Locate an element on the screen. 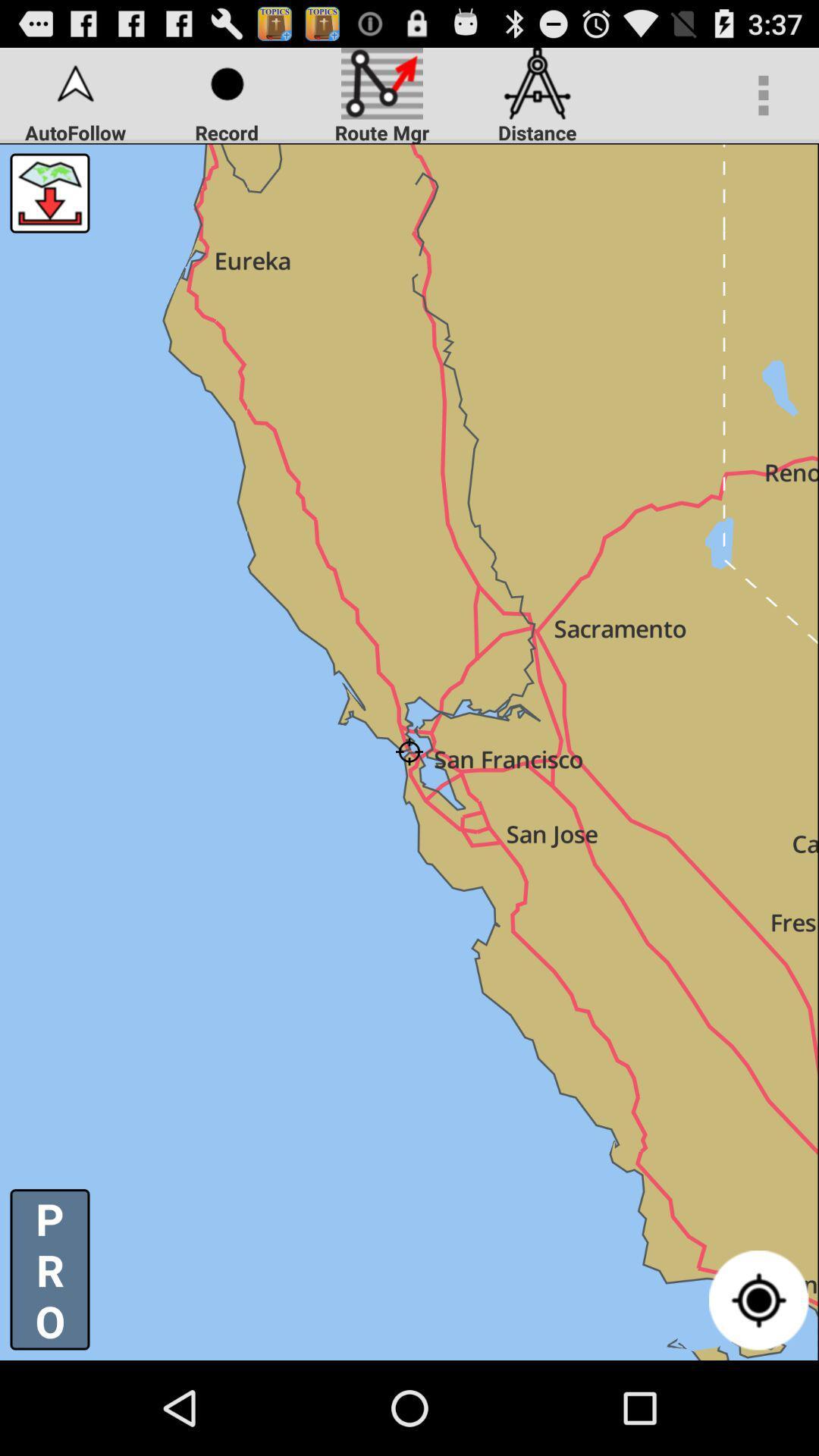 This screenshot has height=1456, width=819. icon to the left of record app is located at coordinates (49, 192).